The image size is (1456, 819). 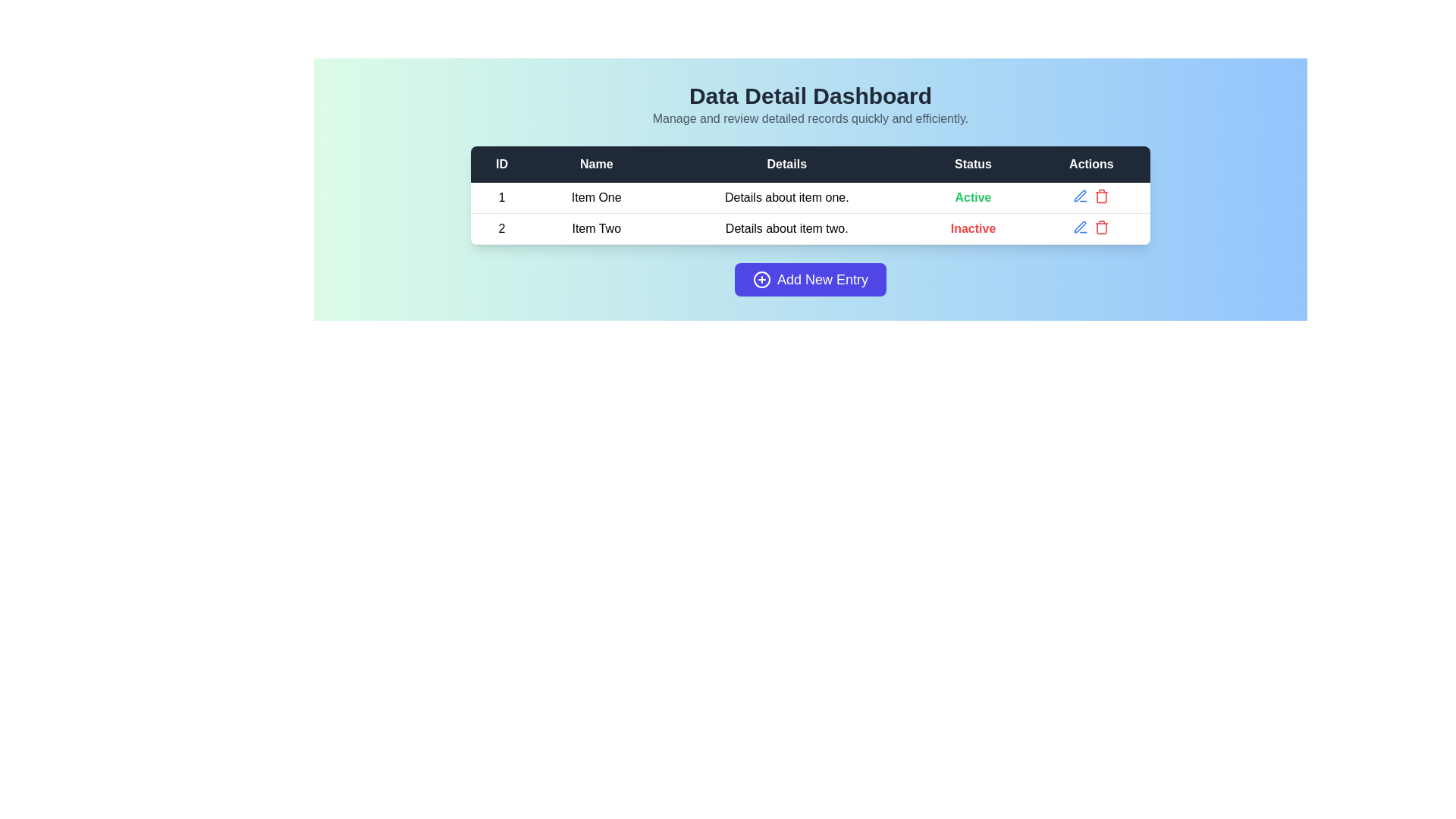 What do you see at coordinates (502, 164) in the screenshot?
I see `the Header Cell of the data table which displays identification numbers for each row` at bounding box center [502, 164].